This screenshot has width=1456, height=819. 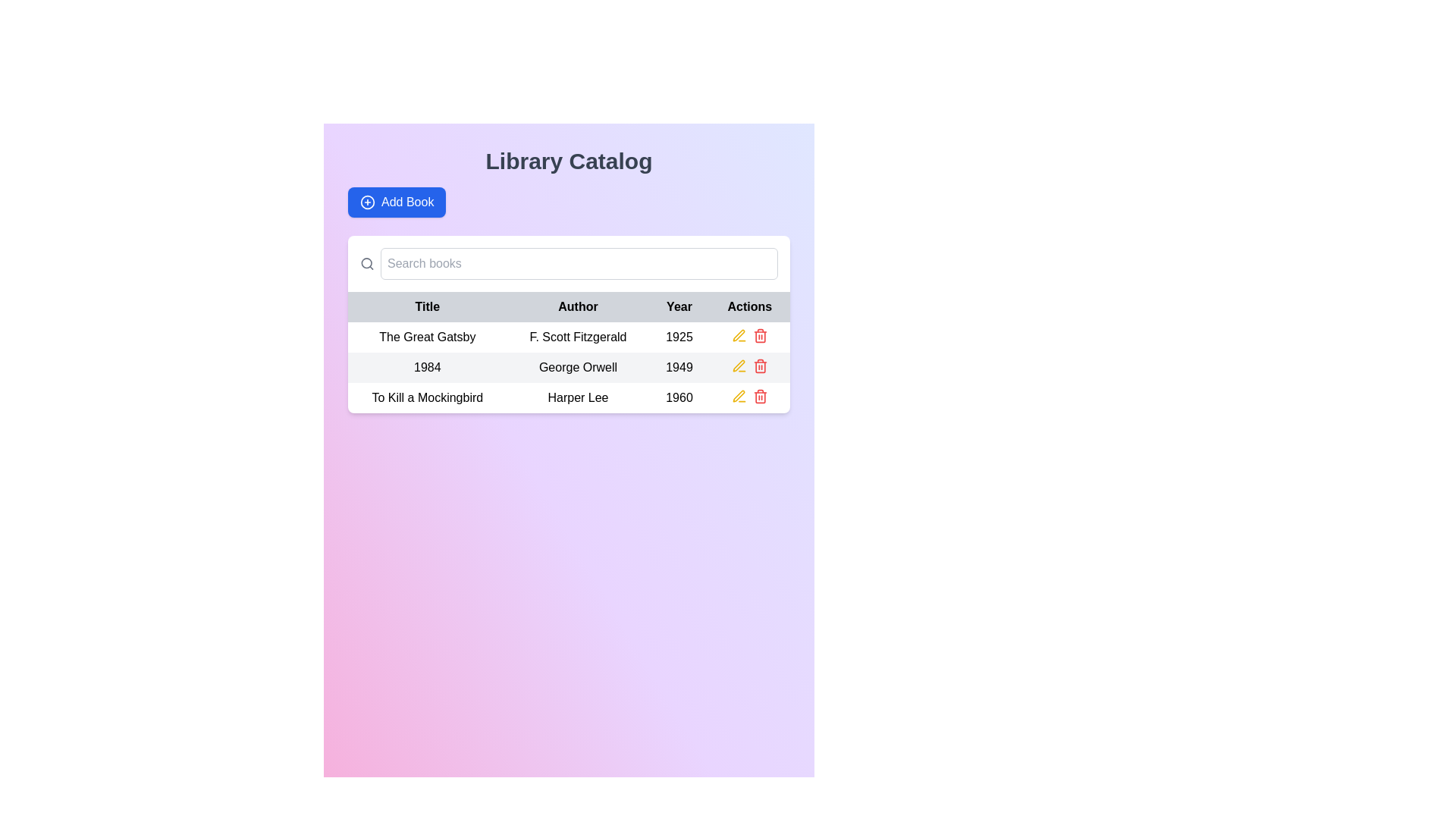 What do you see at coordinates (679, 397) in the screenshot?
I see `the static text element displaying '1960' located in the third row and third column of the table under the 'Year' column` at bounding box center [679, 397].